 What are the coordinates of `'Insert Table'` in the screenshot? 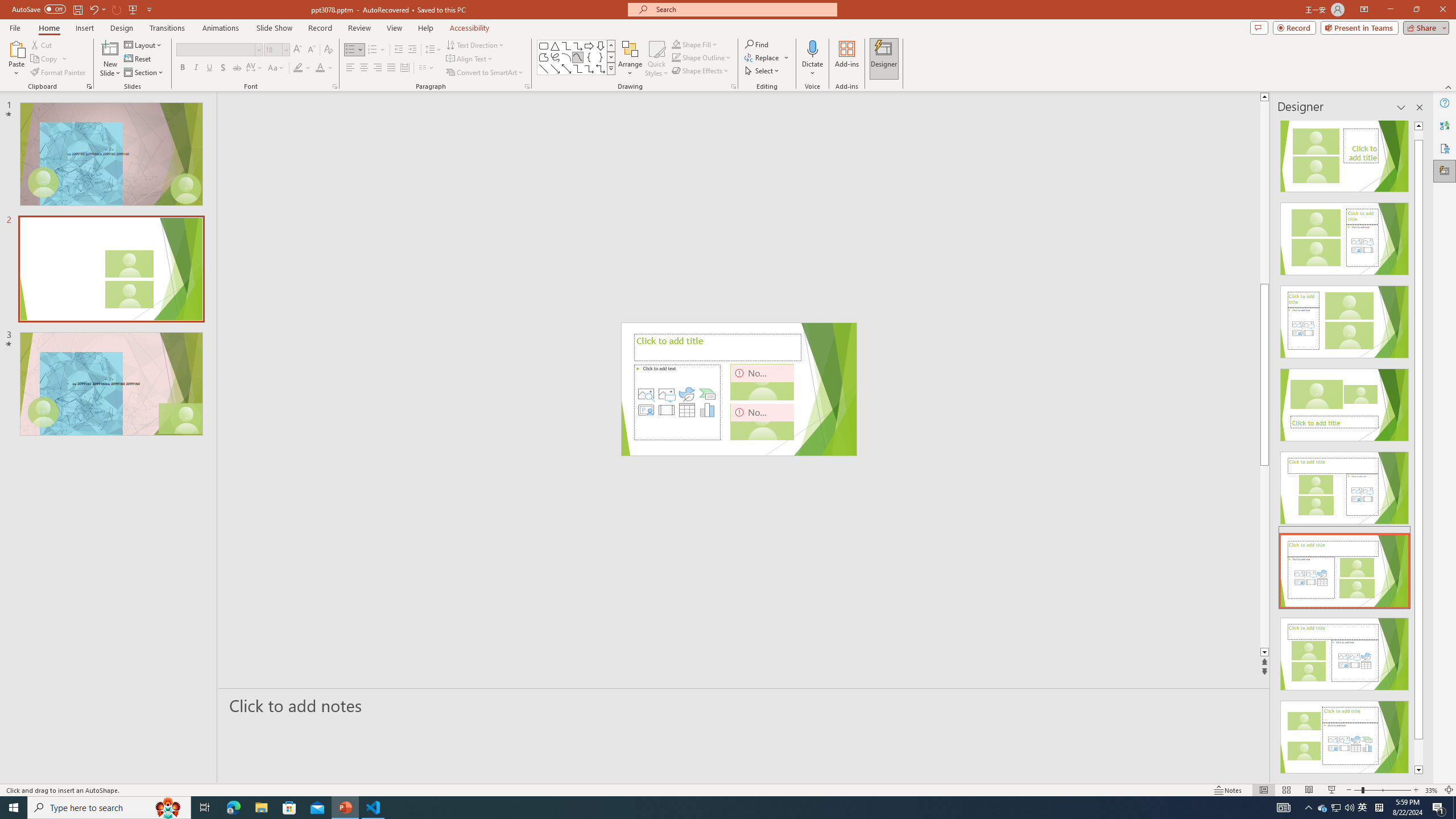 It's located at (686, 409).